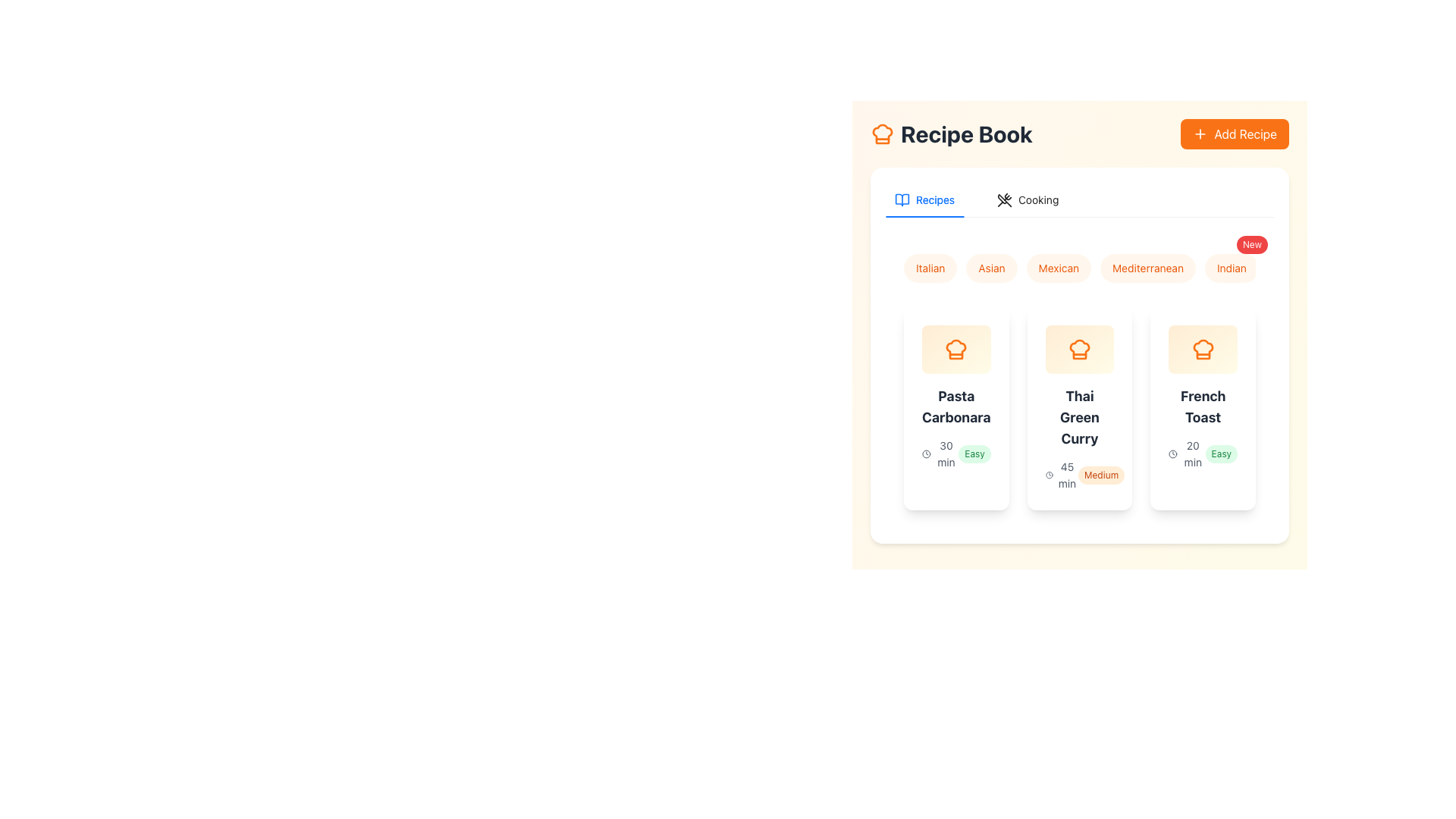 Image resolution: width=1456 pixels, height=819 pixels. I want to click on the Category filter button located under the 'Recipe Book' heading to filter recipes to show only those categorized under 'Mexican', so click(1058, 268).